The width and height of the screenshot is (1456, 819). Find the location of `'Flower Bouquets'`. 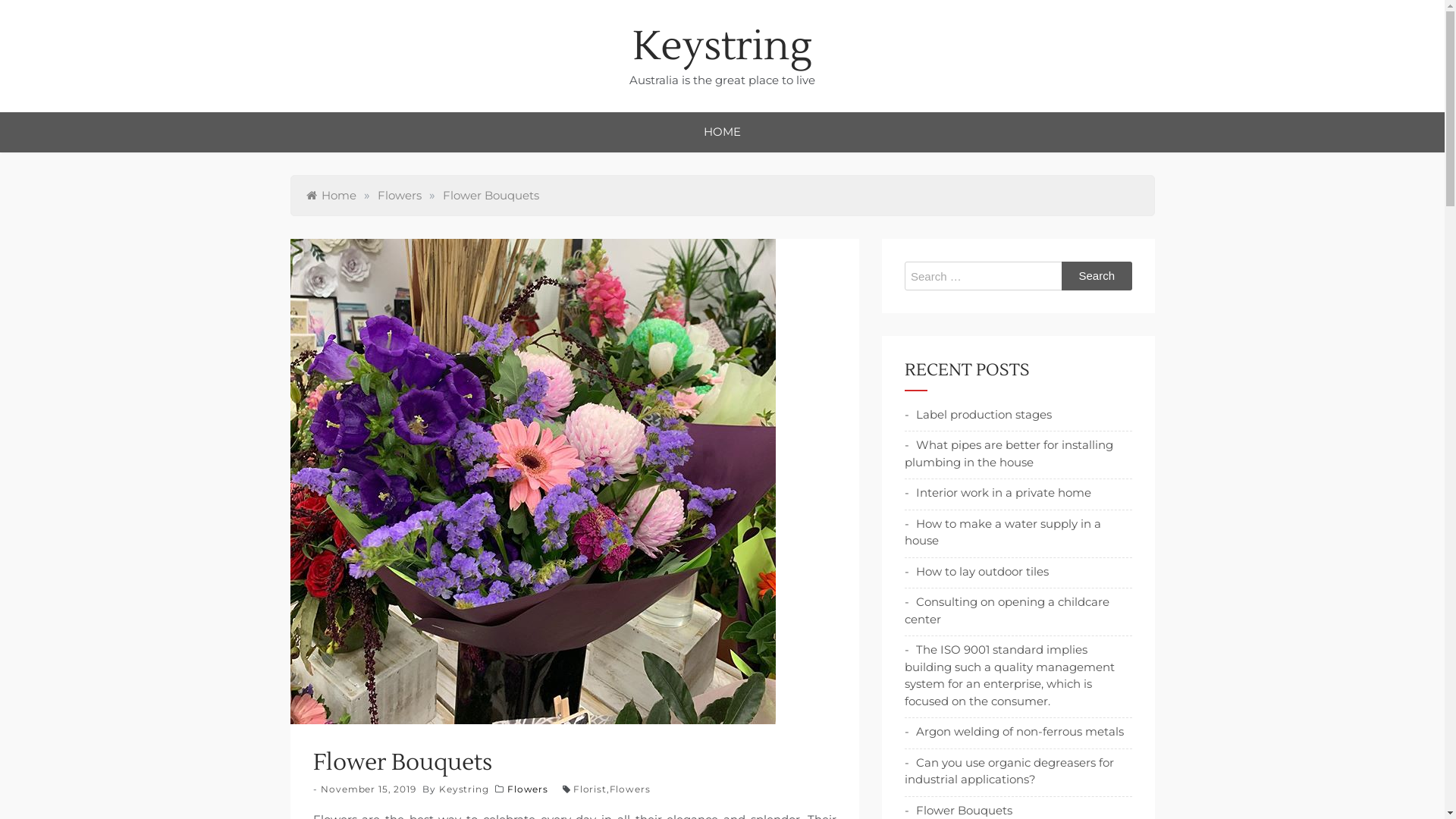

'Flower Bouquets' is located at coordinates (903, 809).